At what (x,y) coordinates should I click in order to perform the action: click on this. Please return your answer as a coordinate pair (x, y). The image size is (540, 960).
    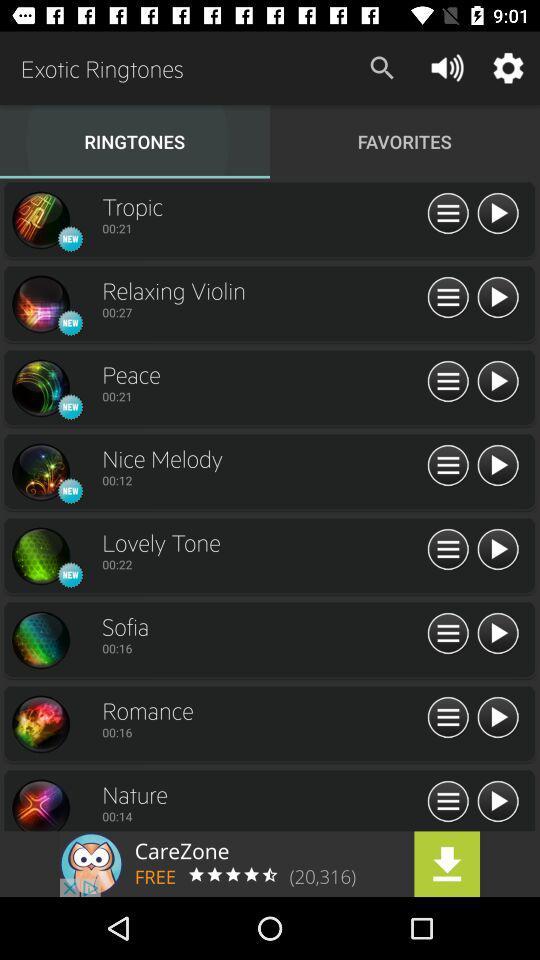
    Looking at the image, I should click on (496, 718).